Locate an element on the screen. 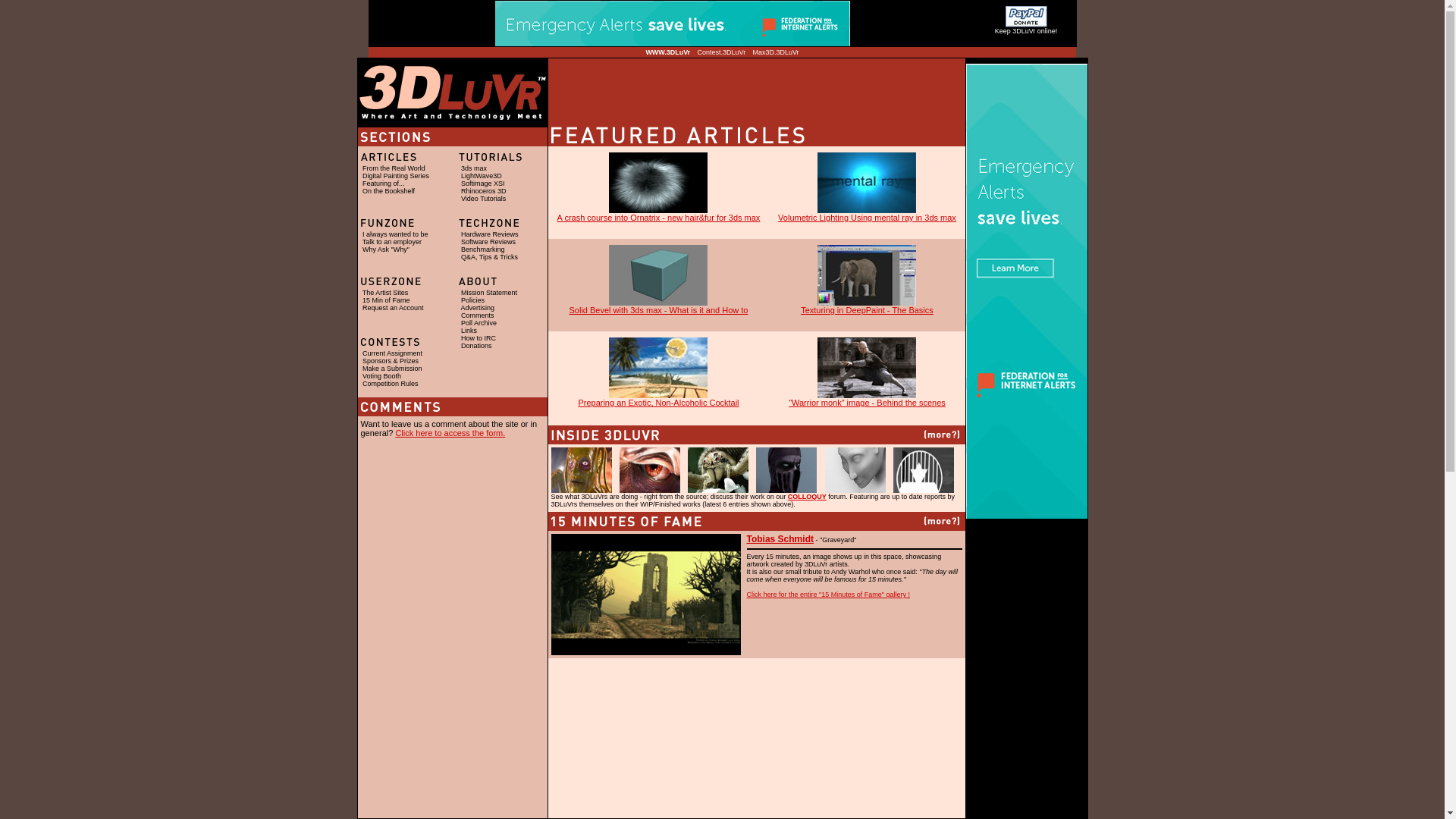  'Policies' is located at coordinates (472, 300).